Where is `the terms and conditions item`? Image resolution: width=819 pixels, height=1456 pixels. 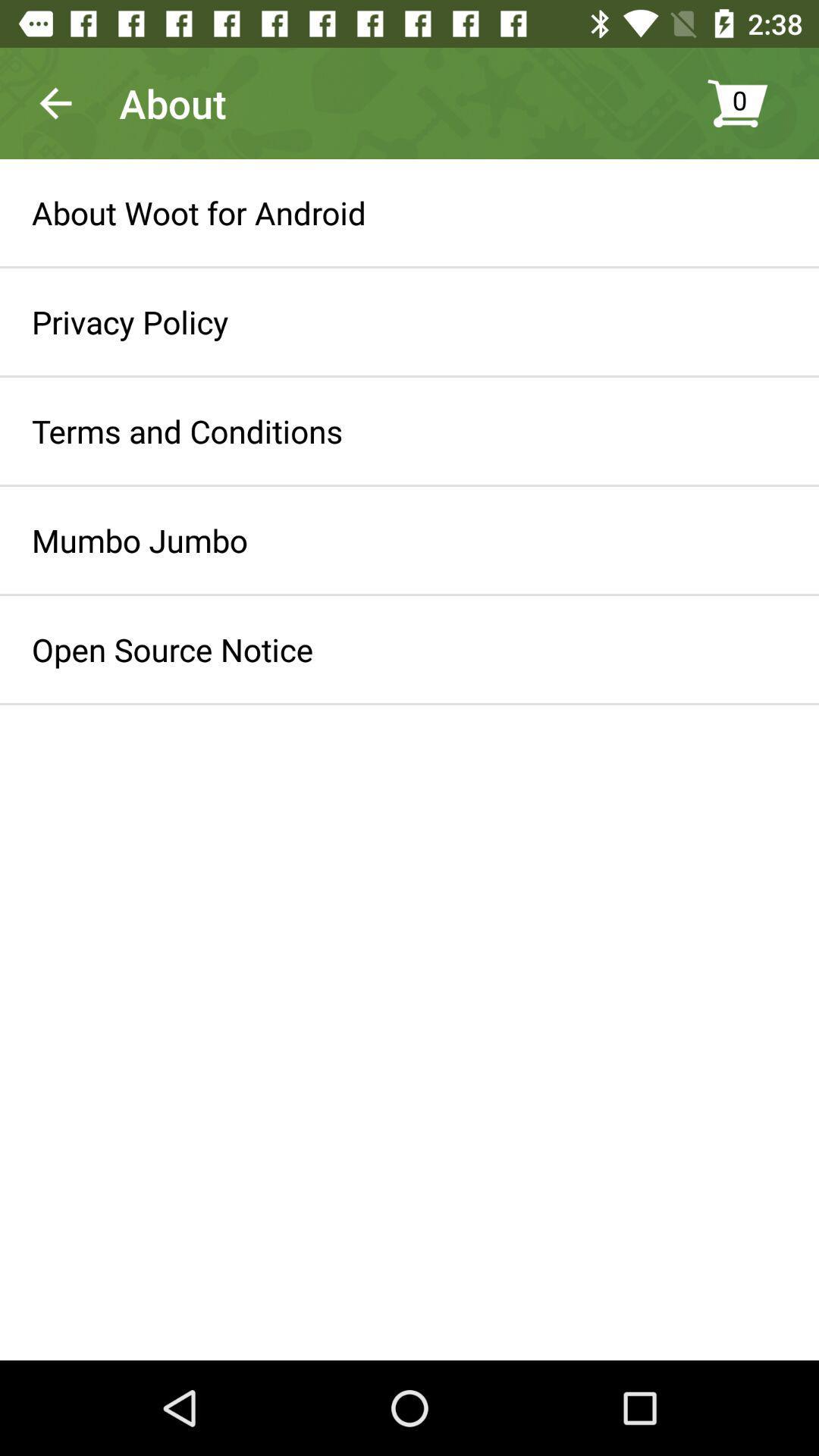
the terms and conditions item is located at coordinates (187, 430).